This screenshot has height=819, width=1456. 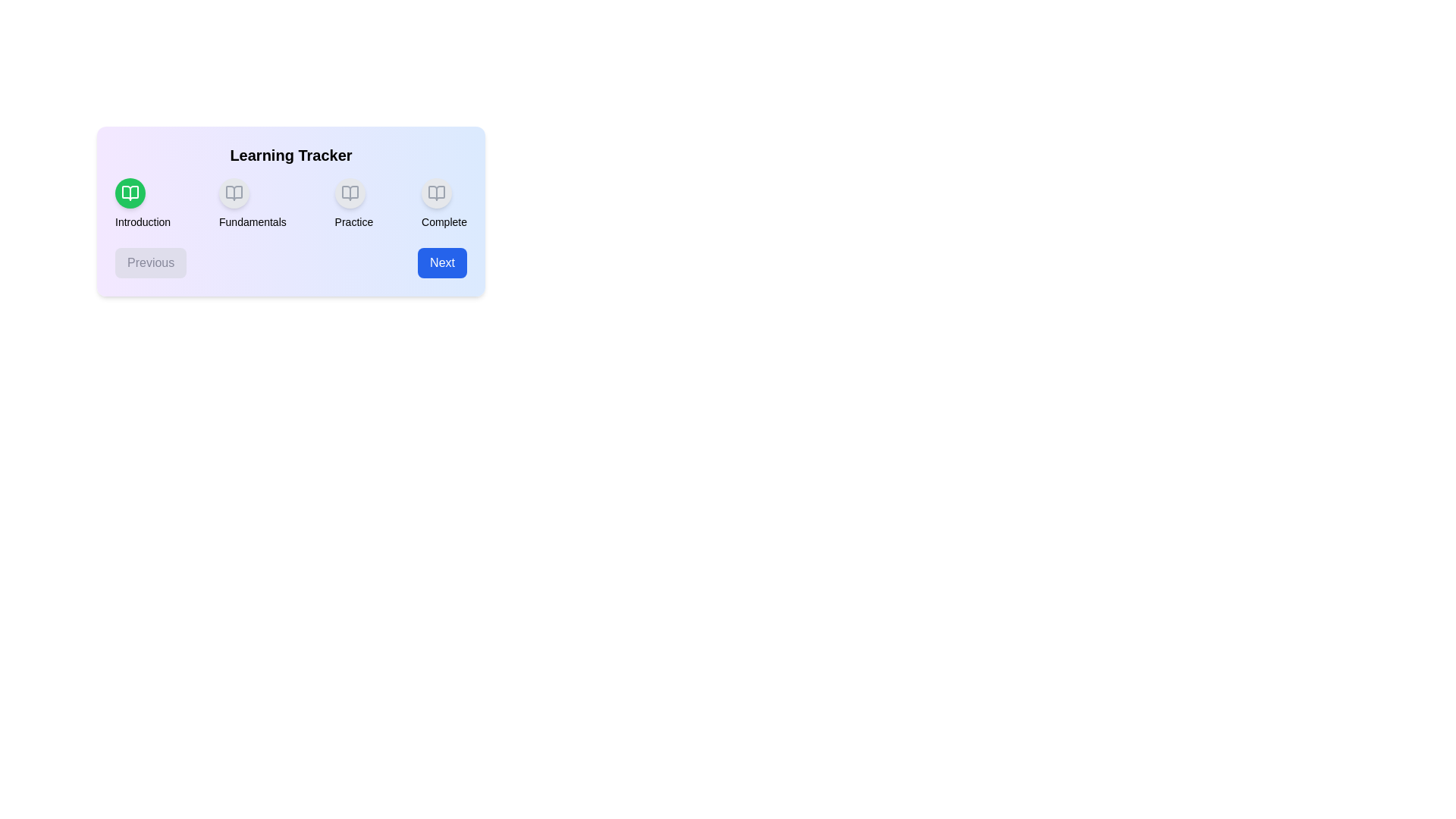 I want to click on the 'Learning Tracker' header text element, which is a bold title centered at the top of the panel, so click(x=291, y=155).